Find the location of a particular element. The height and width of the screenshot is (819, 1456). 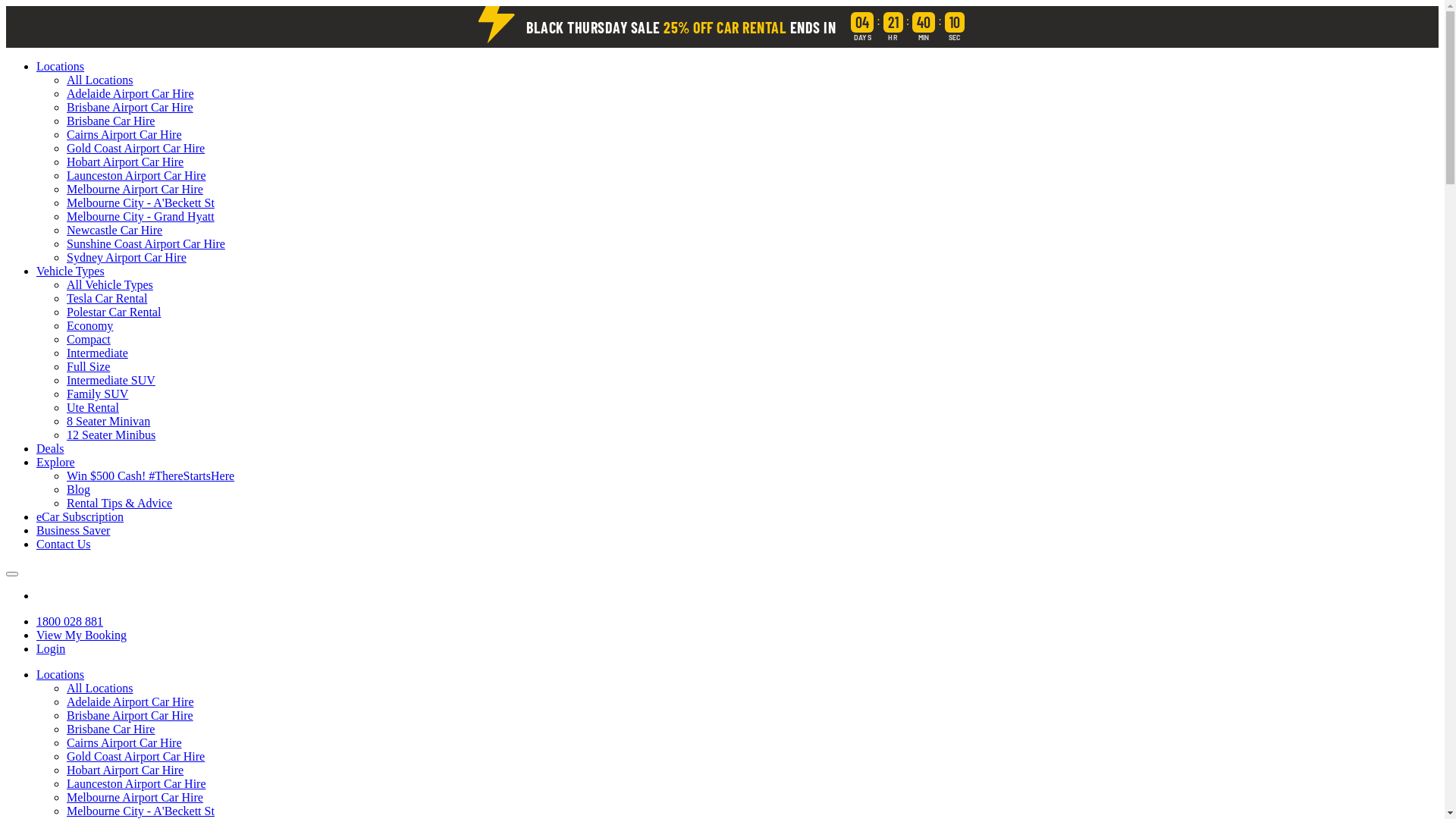

'Adelaide Airport Car Hire' is located at coordinates (130, 701).